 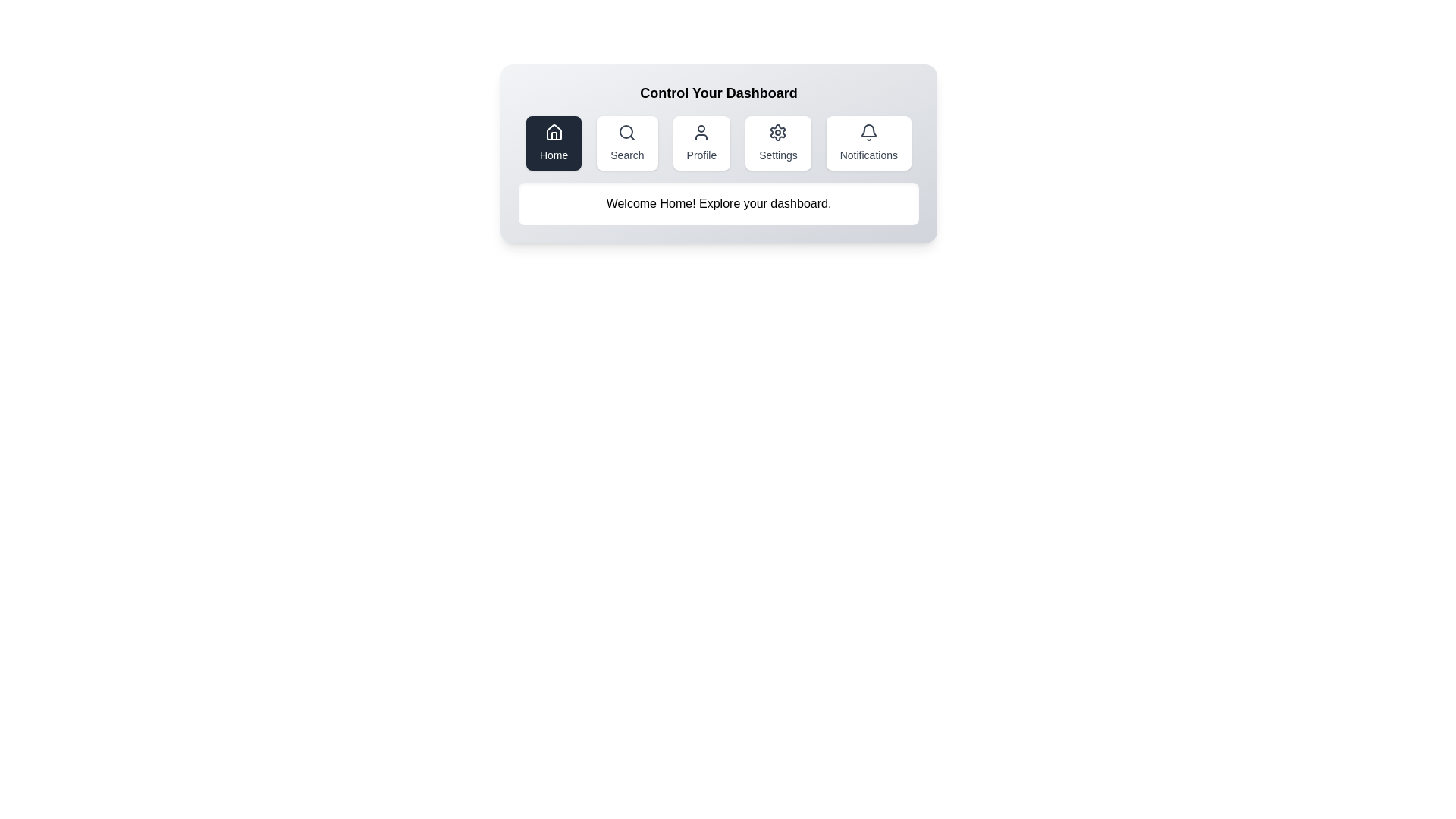 What do you see at coordinates (778, 155) in the screenshot?
I see `text label indicating the purpose of the 'Settings' button located in the navigation panel, which is positioned beneath a gear-shaped icon` at bounding box center [778, 155].